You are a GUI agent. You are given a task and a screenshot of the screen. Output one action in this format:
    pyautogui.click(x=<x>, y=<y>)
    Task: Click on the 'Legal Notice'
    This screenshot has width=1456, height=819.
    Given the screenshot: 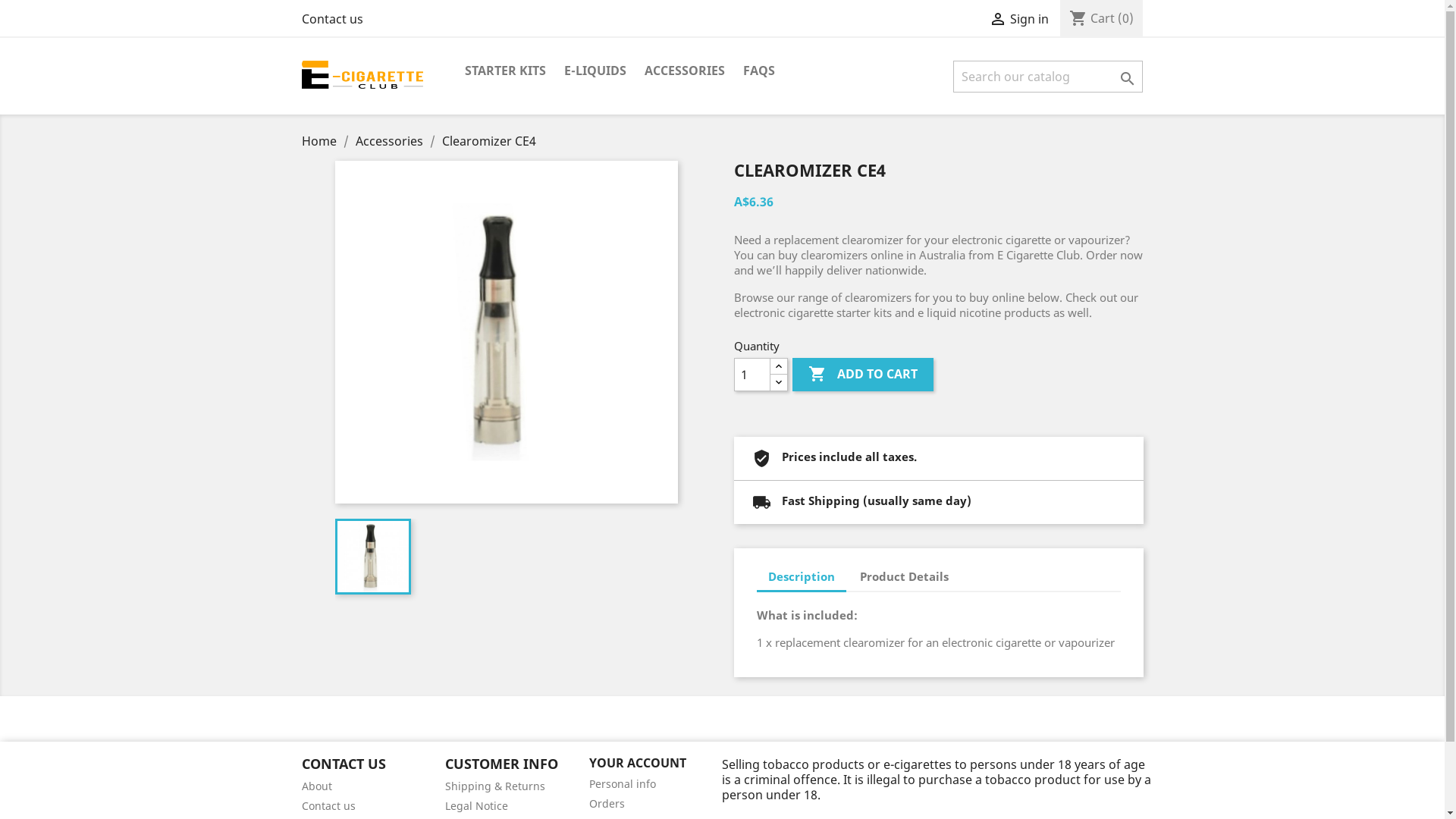 What is the action you would take?
    pyautogui.click(x=444, y=805)
    